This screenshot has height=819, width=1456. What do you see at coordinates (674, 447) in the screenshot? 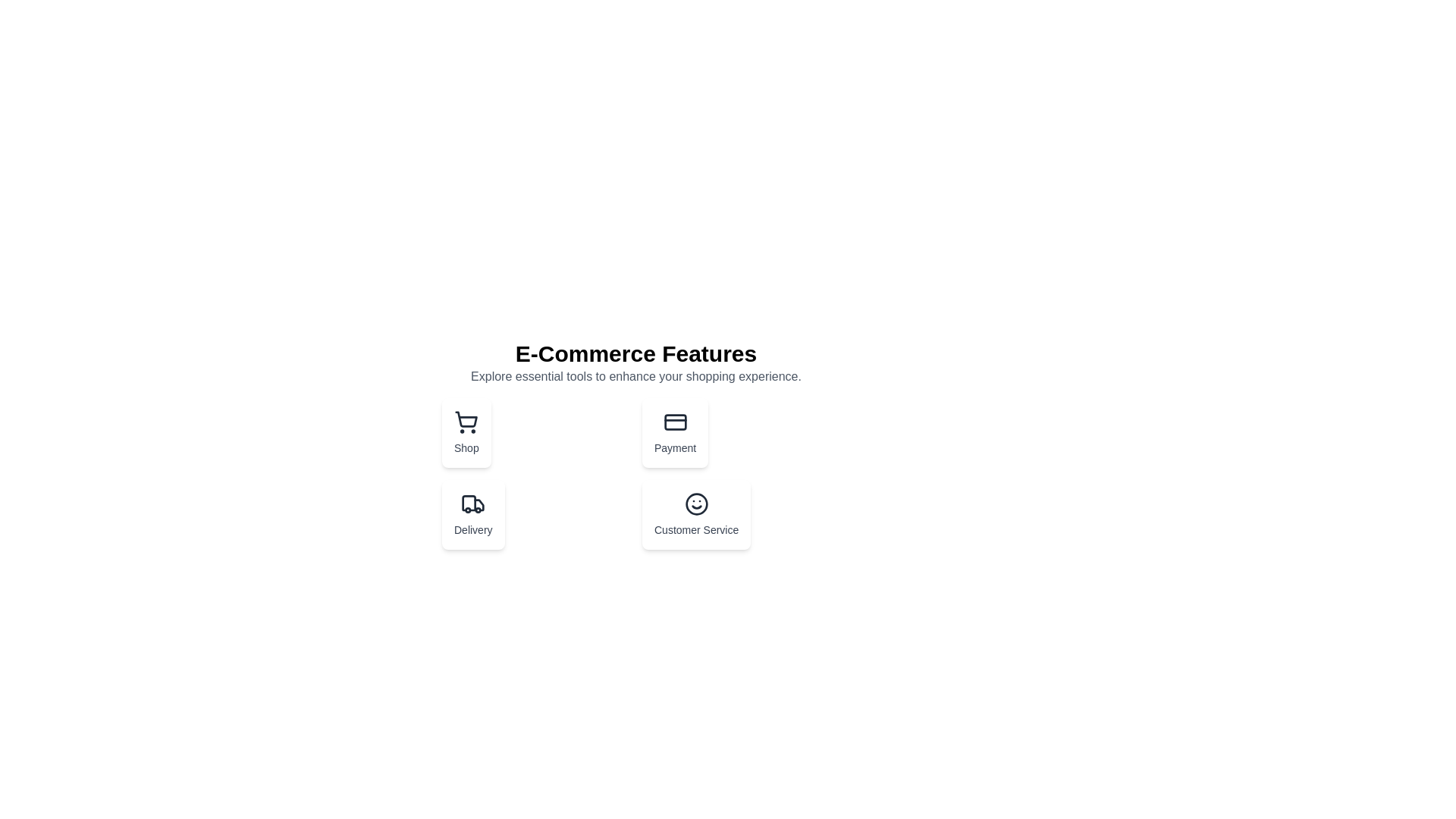
I see `the Text Label indicating the functionality of the 'Payment' feature, located below the credit card icon in the top-right quadrant of the interface` at bounding box center [674, 447].